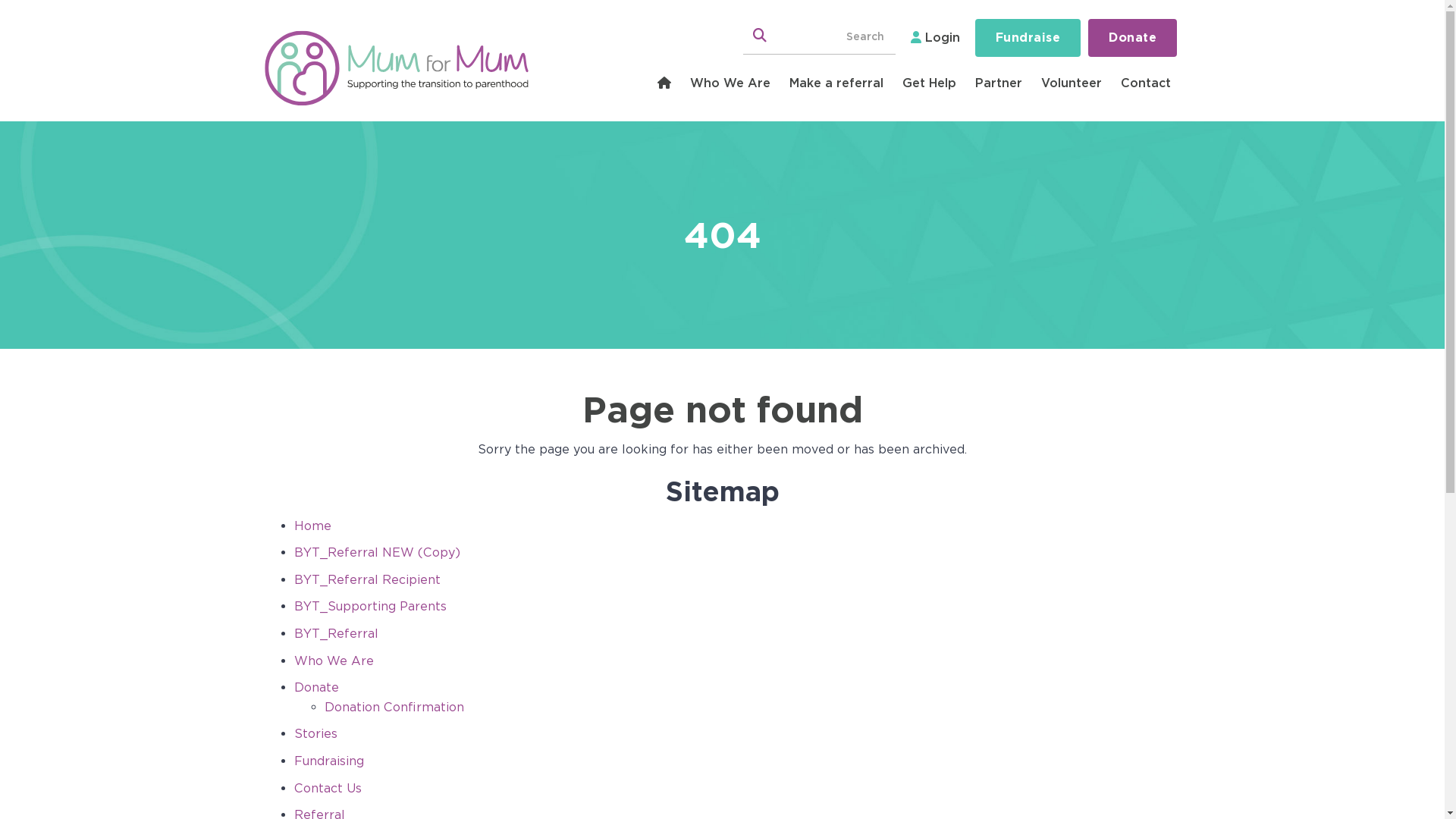  What do you see at coordinates (1028, 37) in the screenshot?
I see `'Fundraise'` at bounding box center [1028, 37].